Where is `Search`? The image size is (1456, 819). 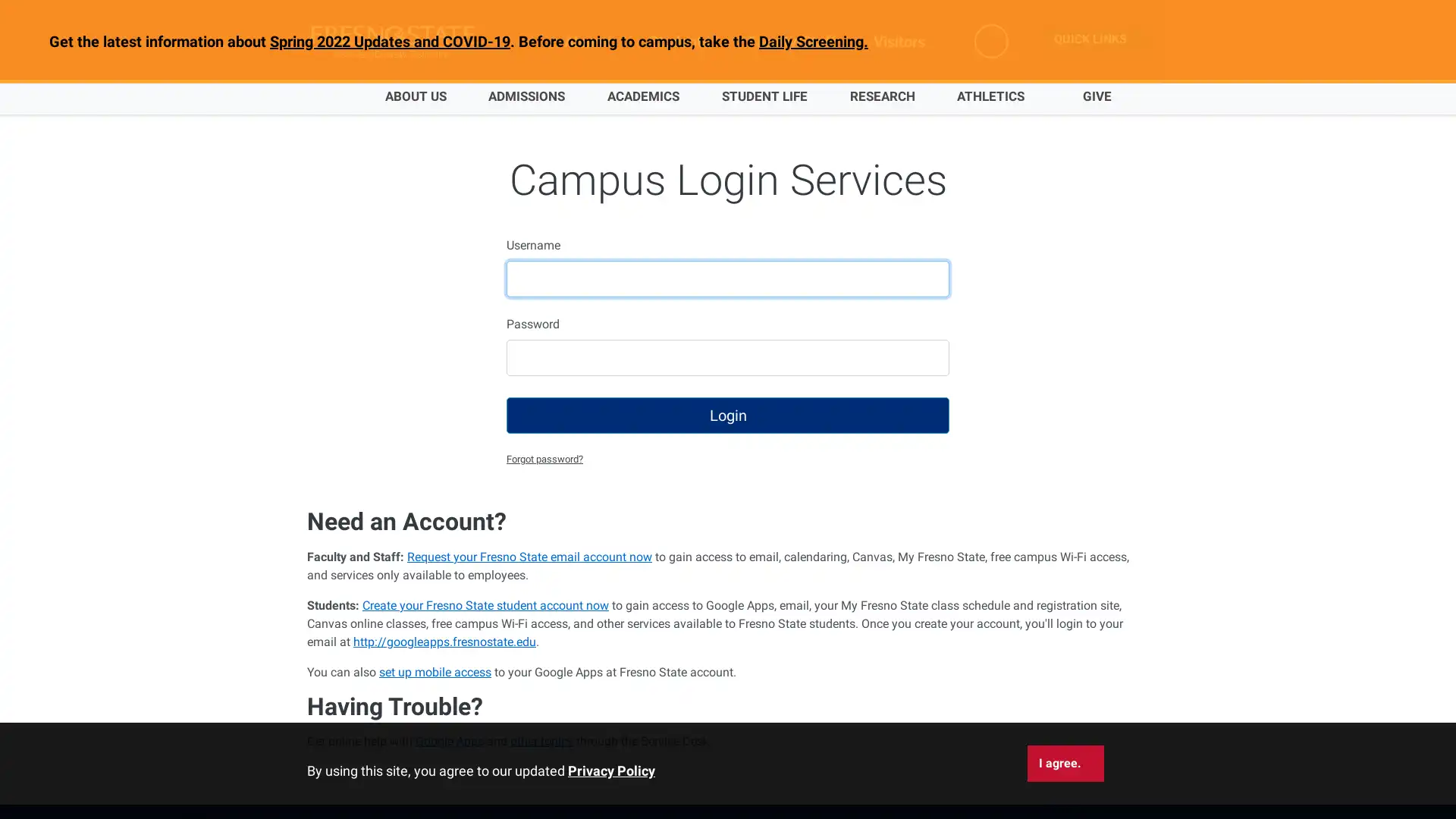
Search is located at coordinates (993, 40).